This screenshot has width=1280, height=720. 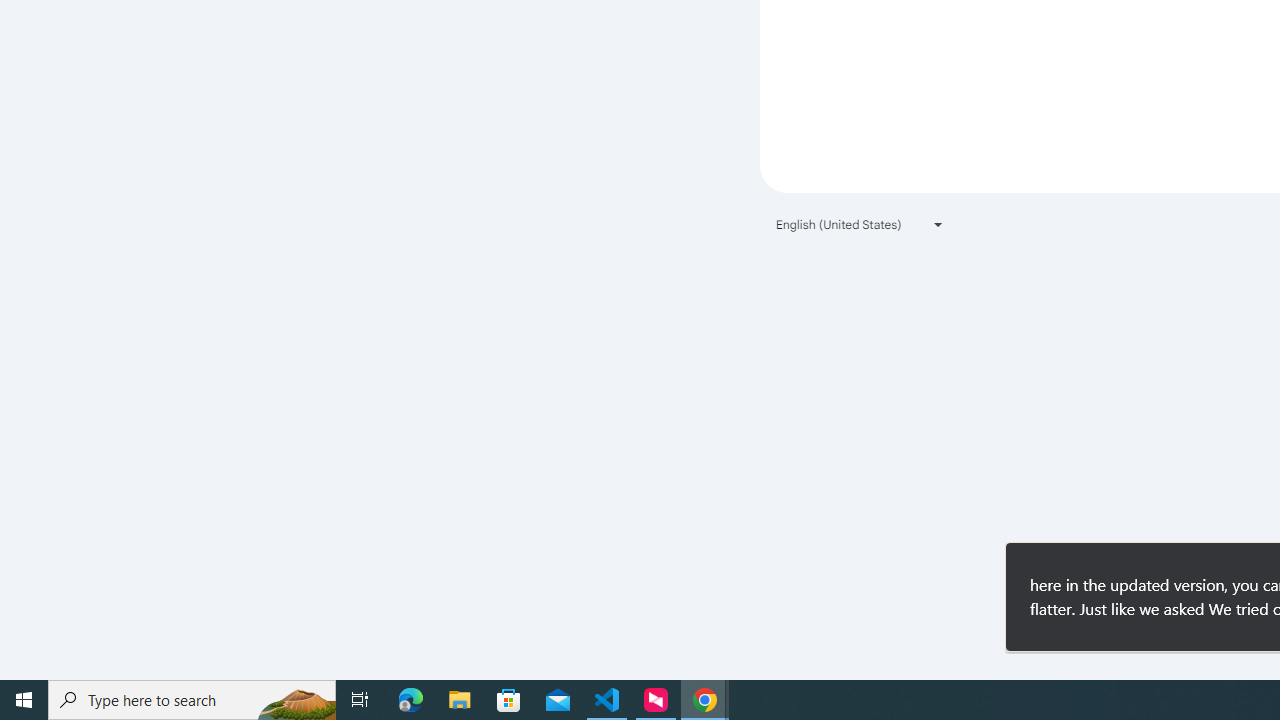 What do you see at coordinates (860, 224) in the screenshot?
I see `'English (United States)'` at bounding box center [860, 224].